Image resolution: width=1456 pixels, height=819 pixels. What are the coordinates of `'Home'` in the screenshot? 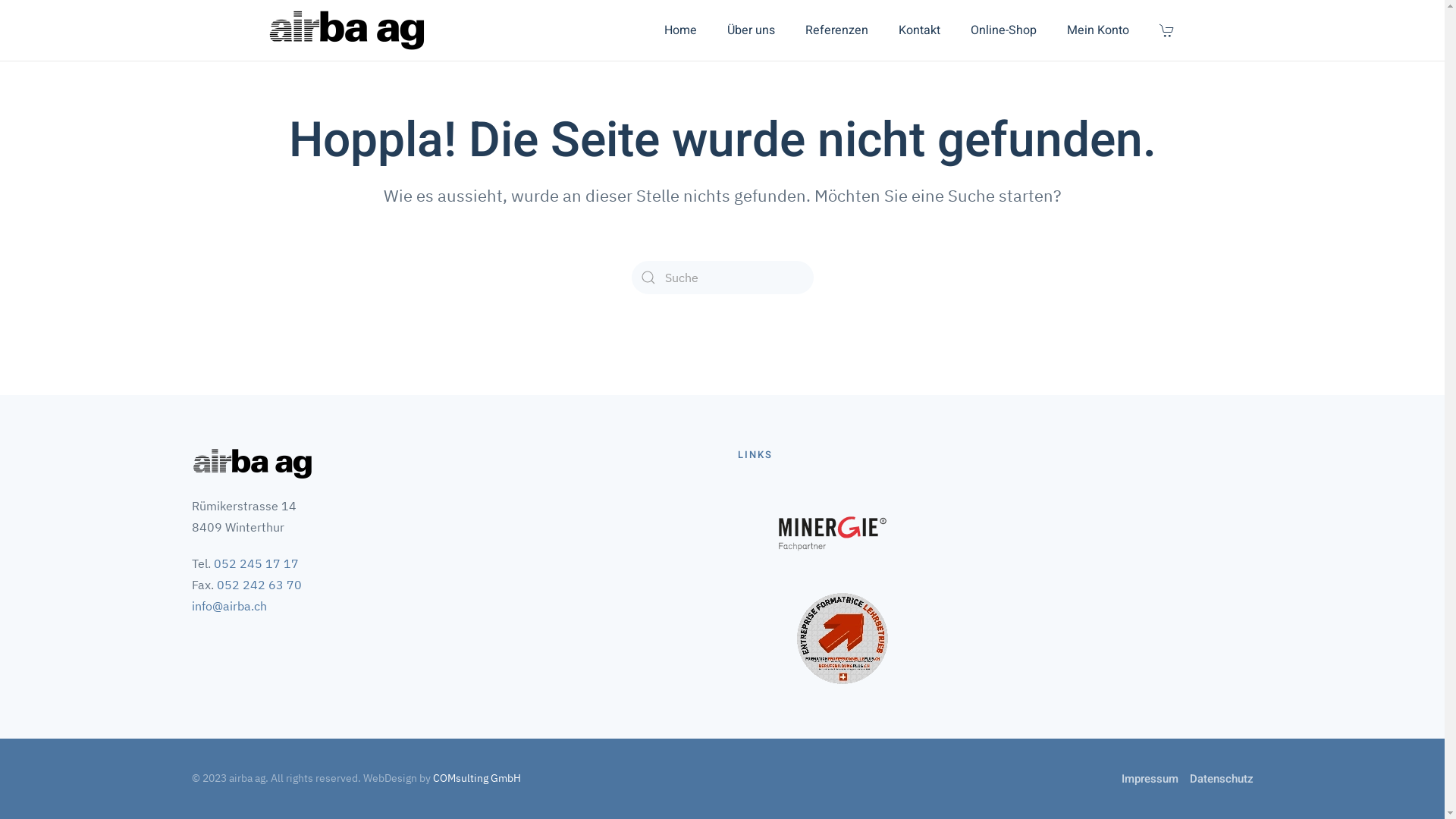 It's located at (679, 30).